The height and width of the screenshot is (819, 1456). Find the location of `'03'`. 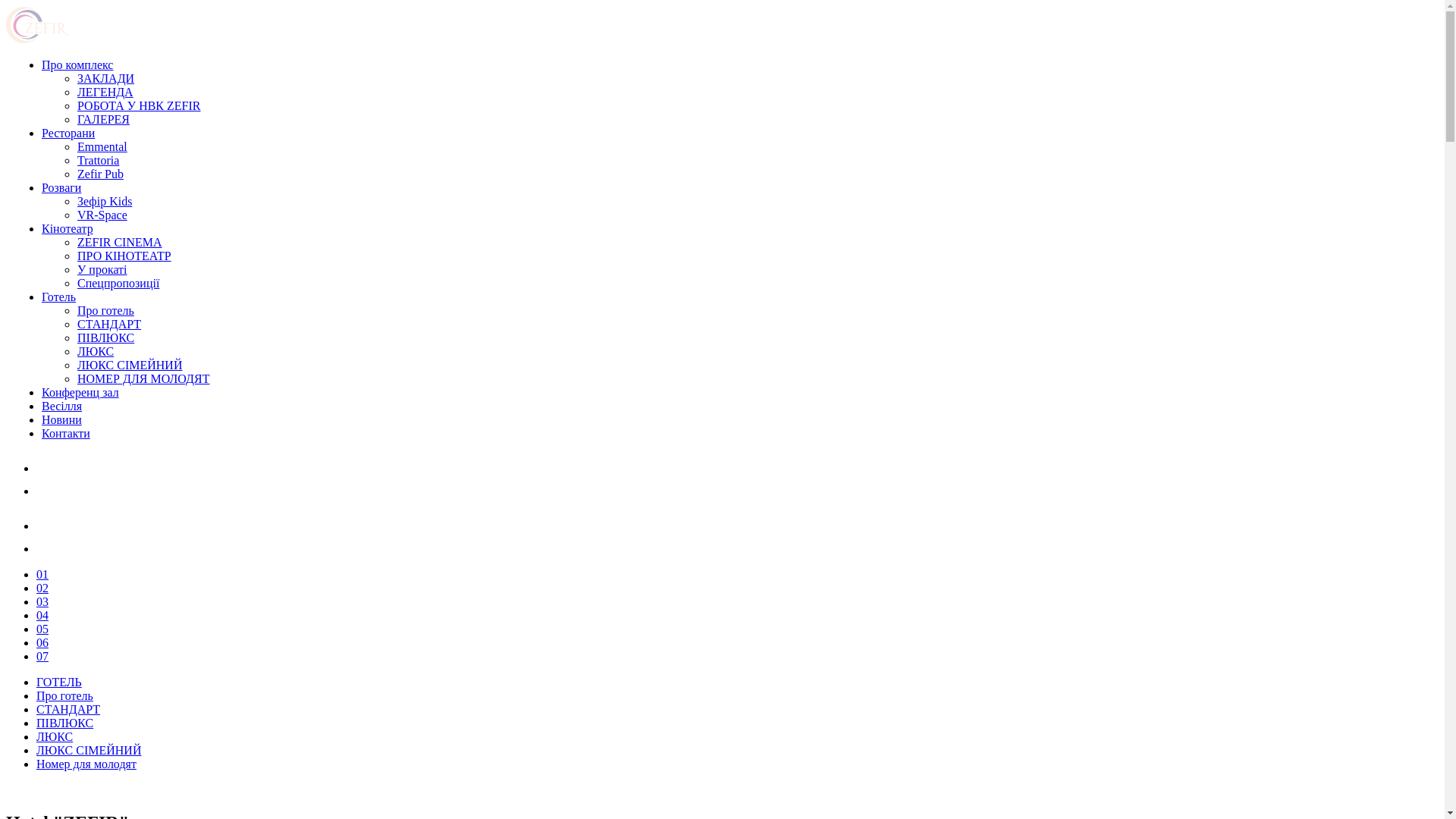

'03' is located at coordinates (42, 601).